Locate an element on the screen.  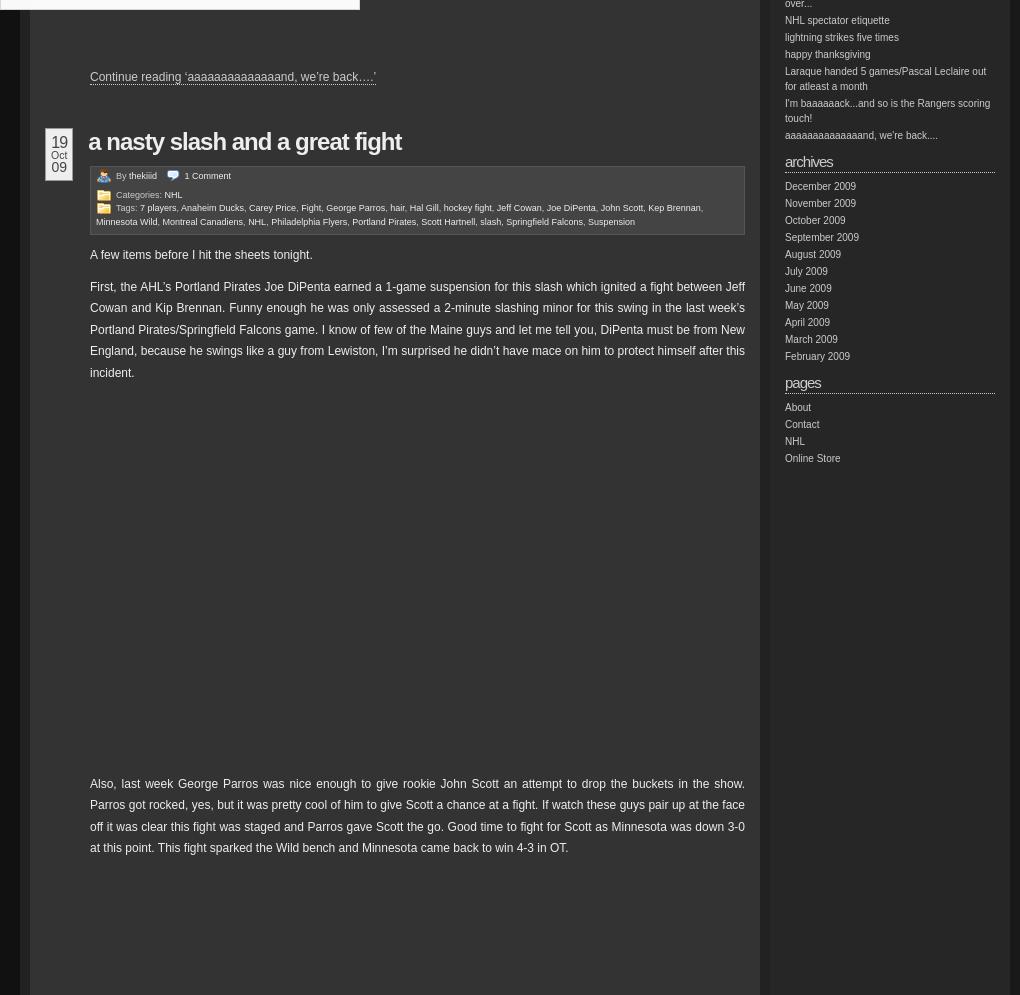
'09' is located at coordinates (58, 166).